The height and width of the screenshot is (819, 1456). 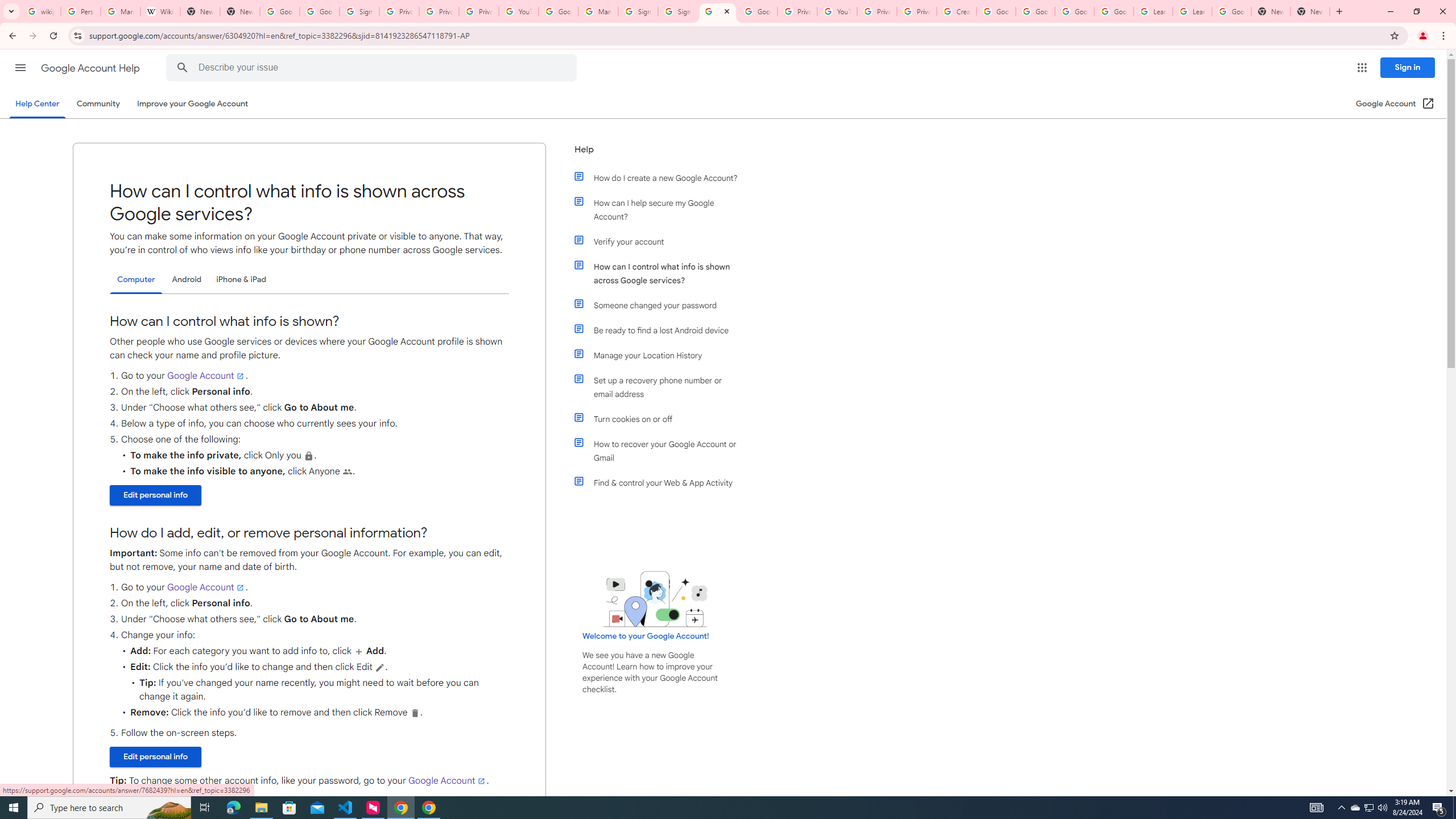 I want to click on 'Someone changed your password', so click(x=661, y=305).